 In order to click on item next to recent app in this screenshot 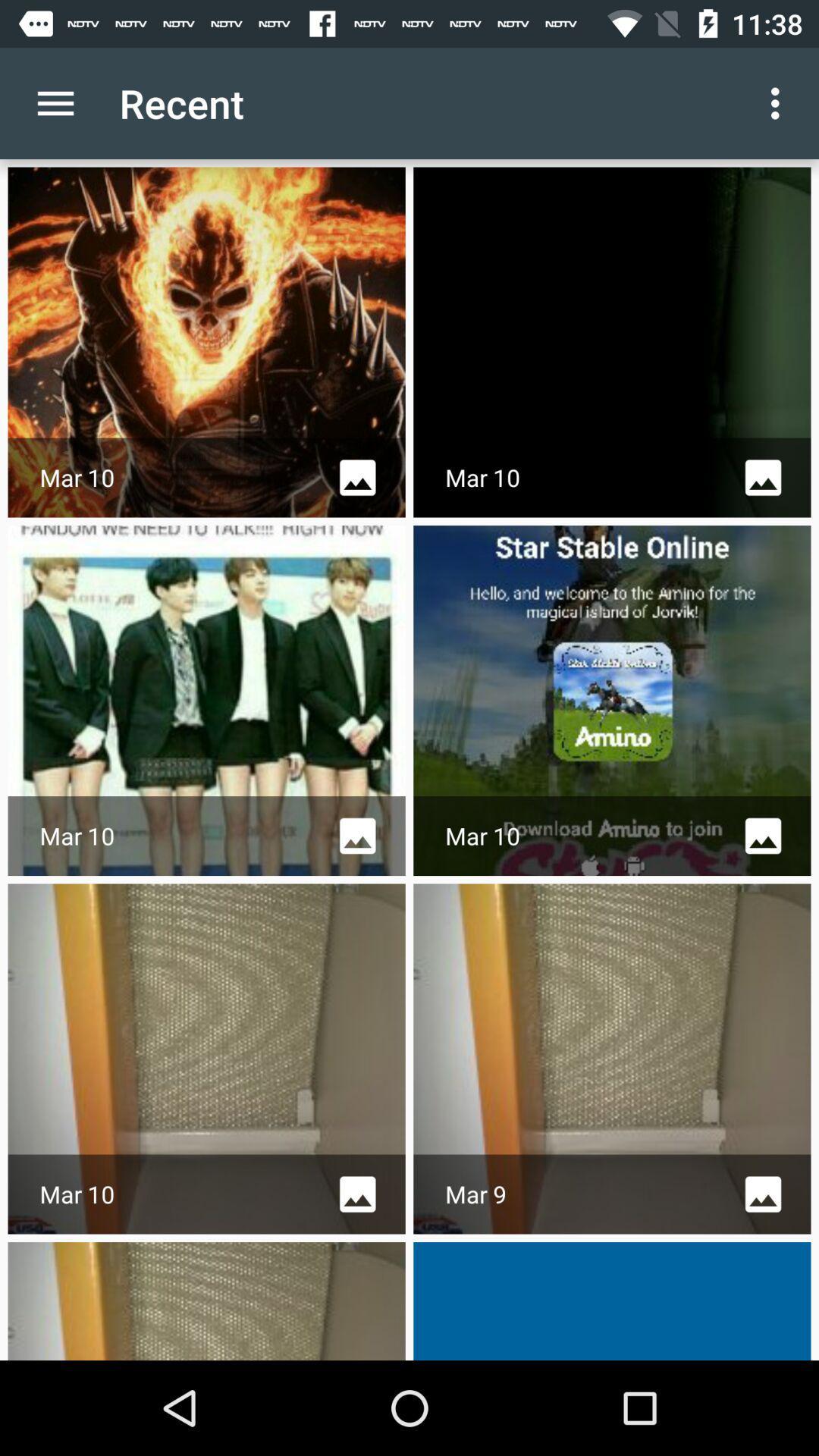, I will do `click(55, 102)`.